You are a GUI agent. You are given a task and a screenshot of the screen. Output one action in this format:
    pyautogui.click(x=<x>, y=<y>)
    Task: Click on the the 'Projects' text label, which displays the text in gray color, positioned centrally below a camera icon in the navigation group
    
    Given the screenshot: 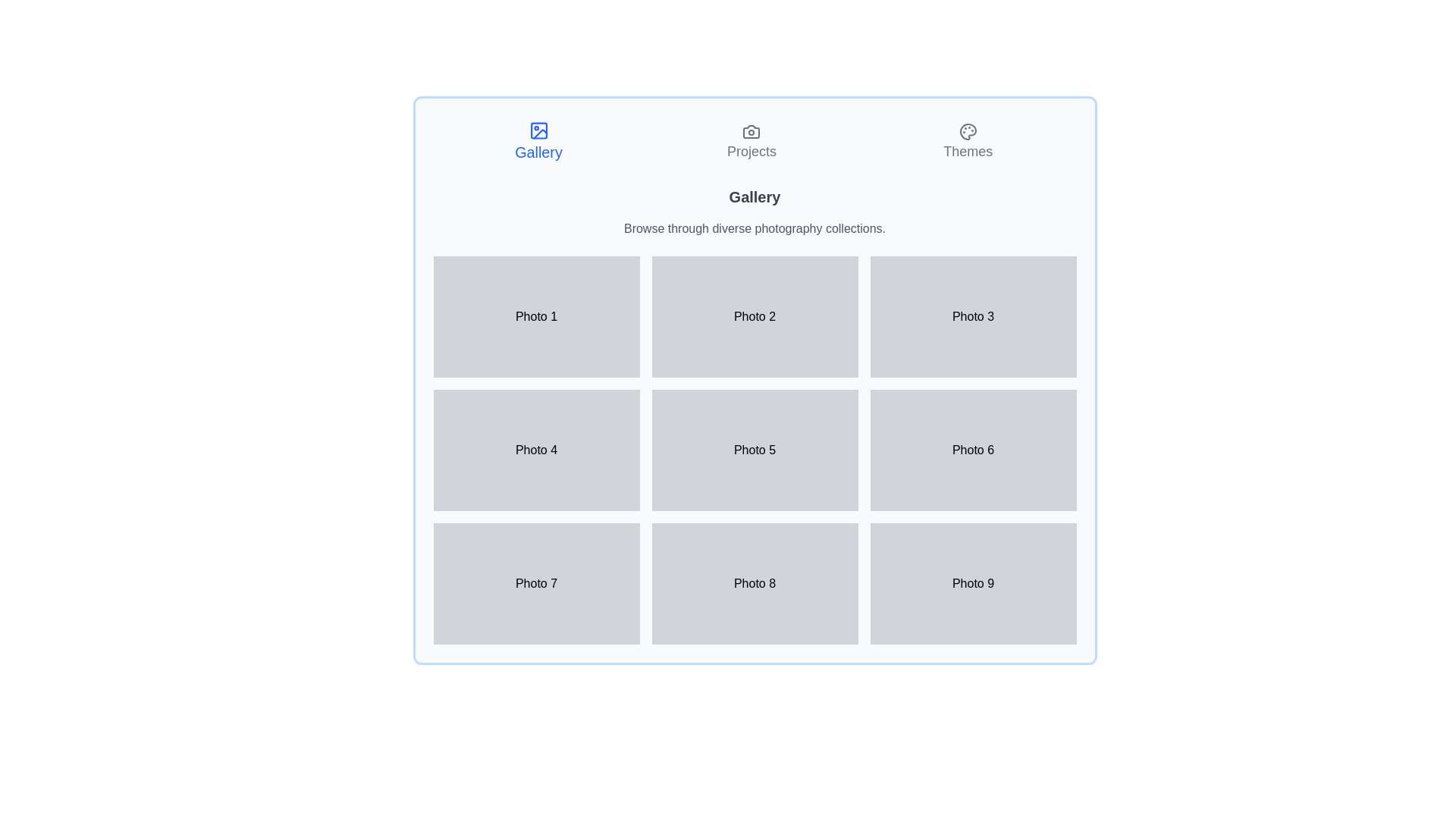 What is the action you would take?
    pyautogui.click(x=752, y=152)
    